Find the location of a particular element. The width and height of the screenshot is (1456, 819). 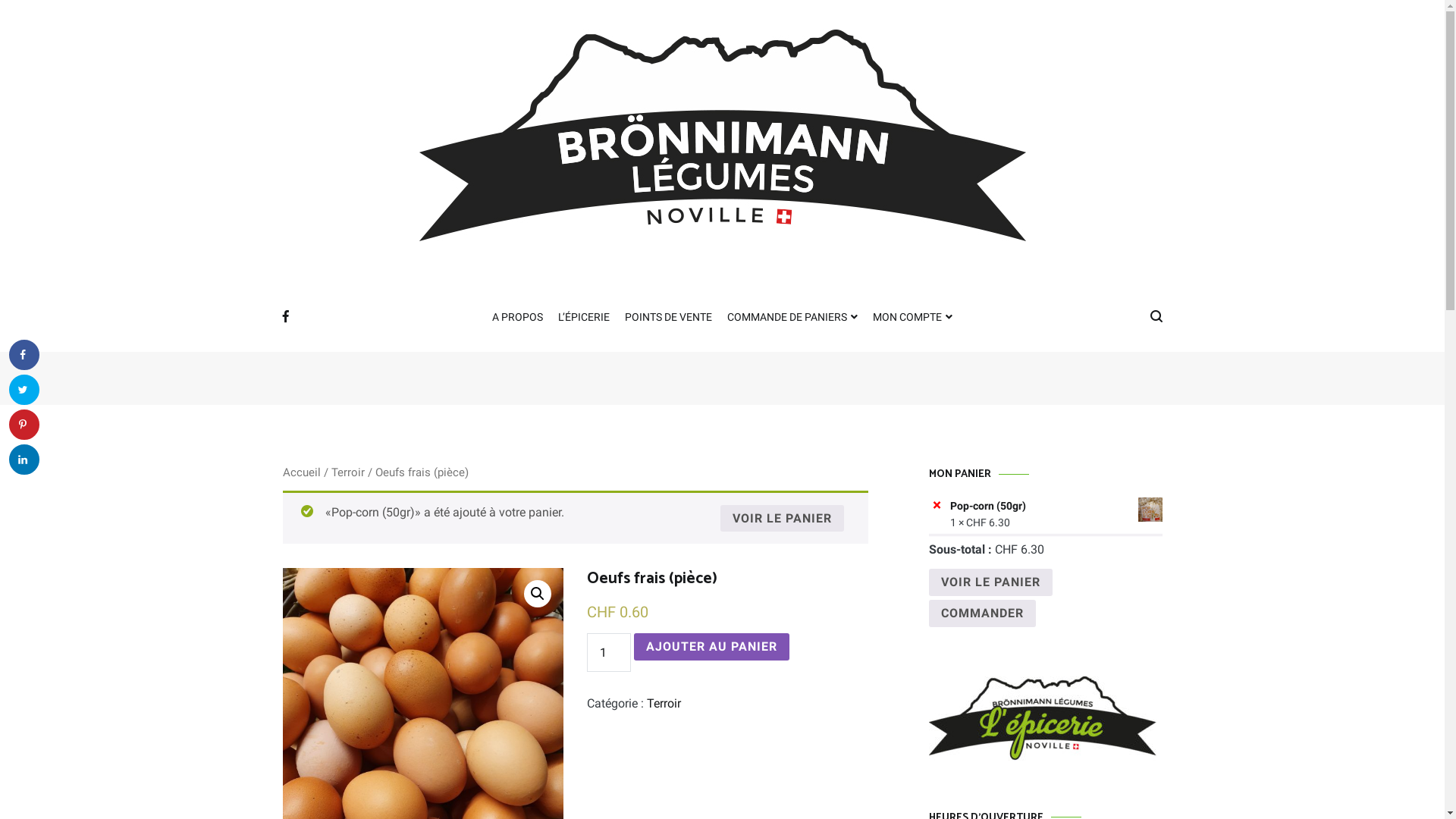

'COMMANDER' is located at coordinates (981, 613).